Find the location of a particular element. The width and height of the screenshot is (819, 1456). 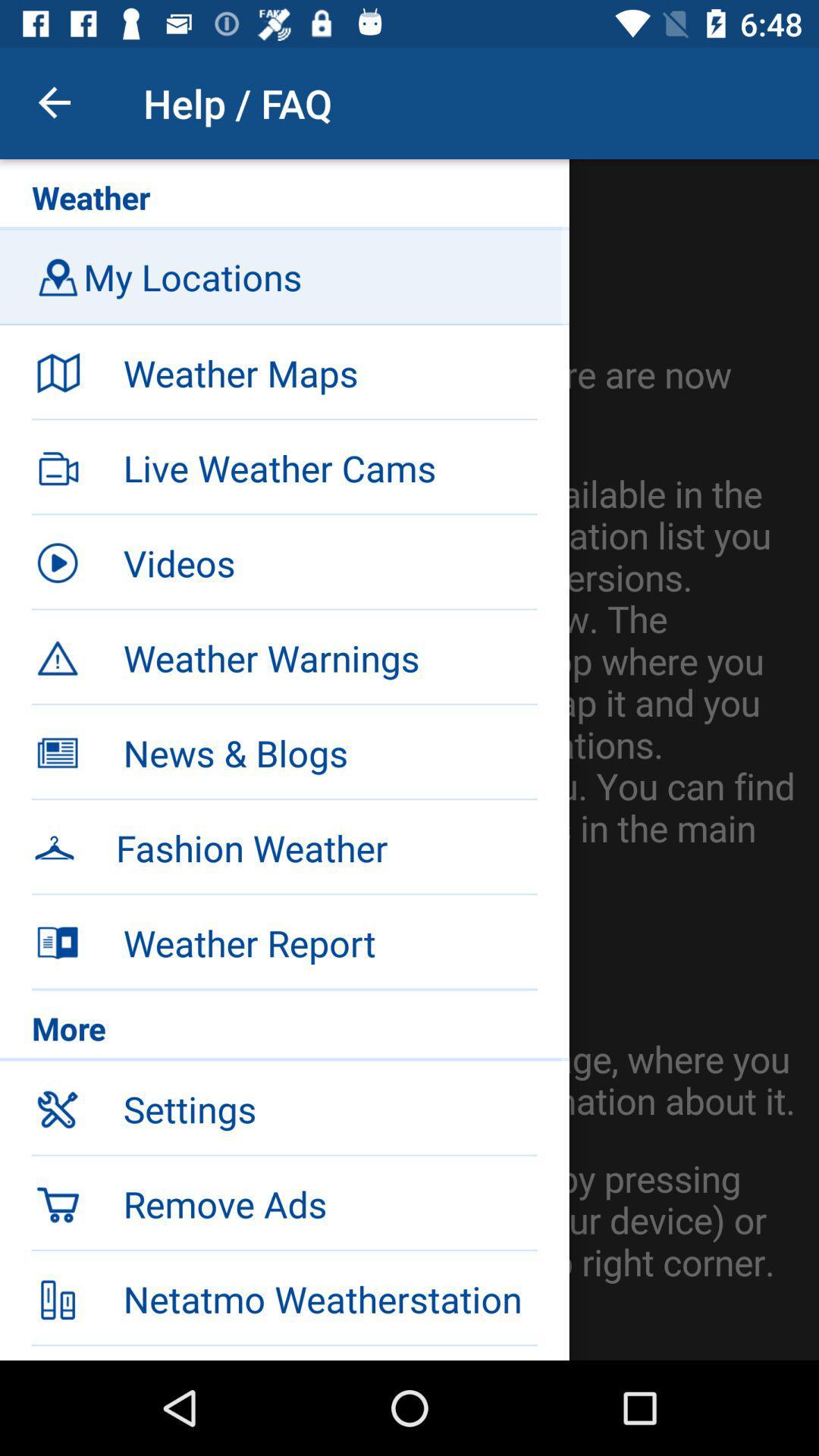

the icon below the remove ads item is located at coordinates (329, 1298).